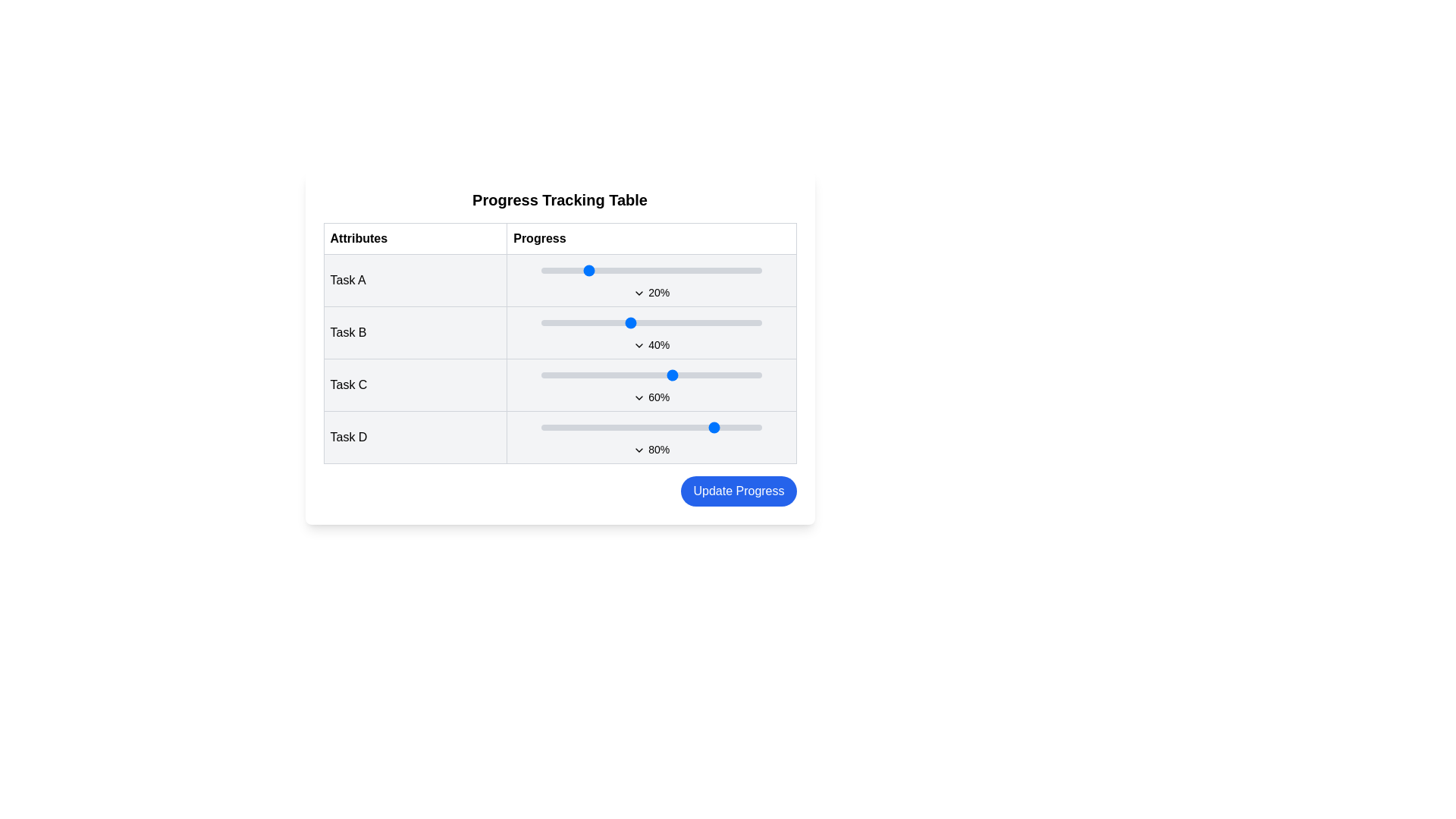  Describe the element at coordinates (618, 322) in the screenshot. I see `progress` at that location.